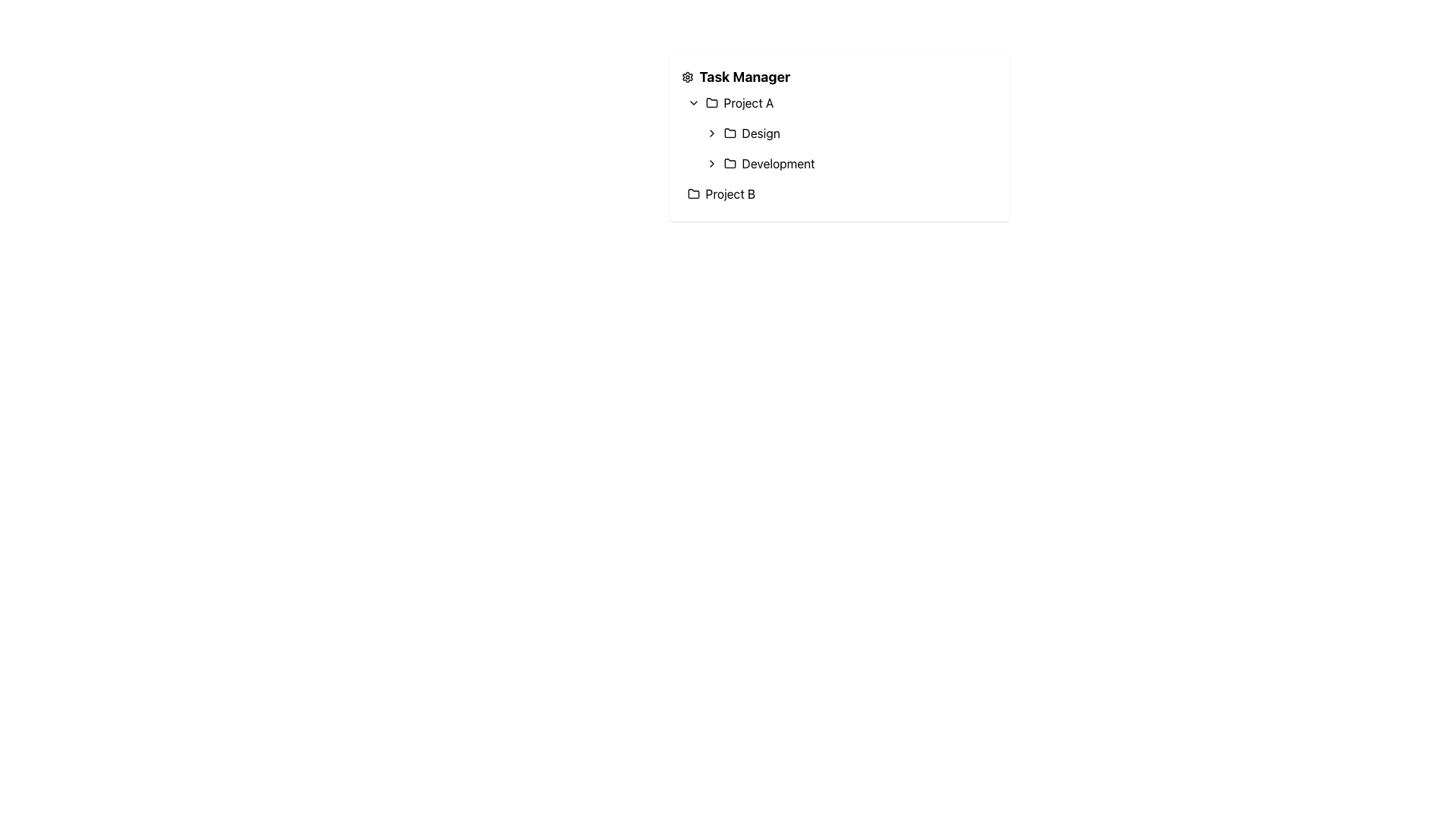 The height and width of the screenshot is (819, 1456). What do you see at coordinates (730, 133) in the screenshot?
I see `the folder-shaped icon with a thin black outline, located to the right of the arrow-chevron icon in the 'Design' row of the Task Manager view` at bounding box center [730, 133].